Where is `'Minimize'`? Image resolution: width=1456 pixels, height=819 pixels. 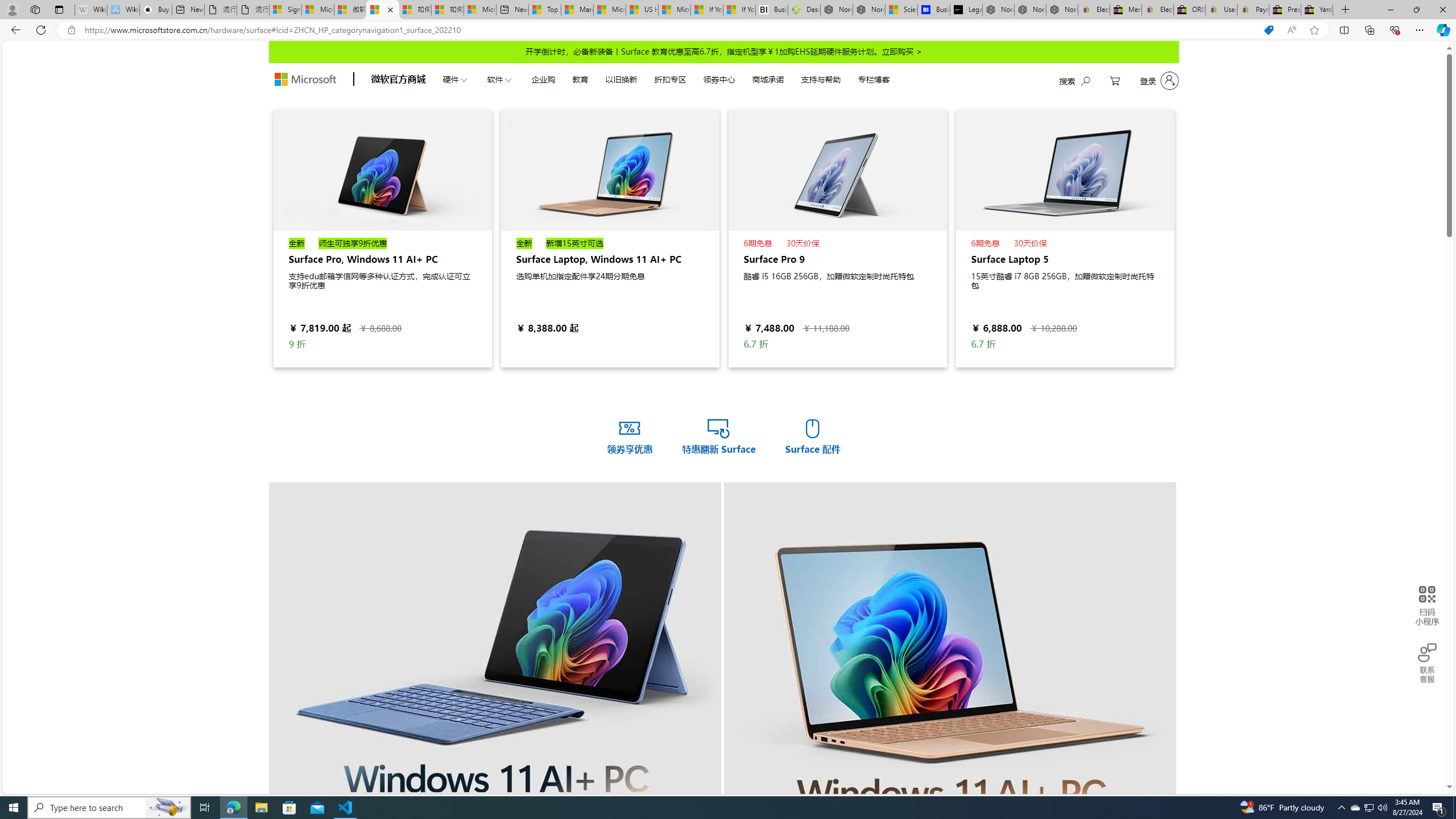 'Minimize' is located at coordinates (1389, 9).